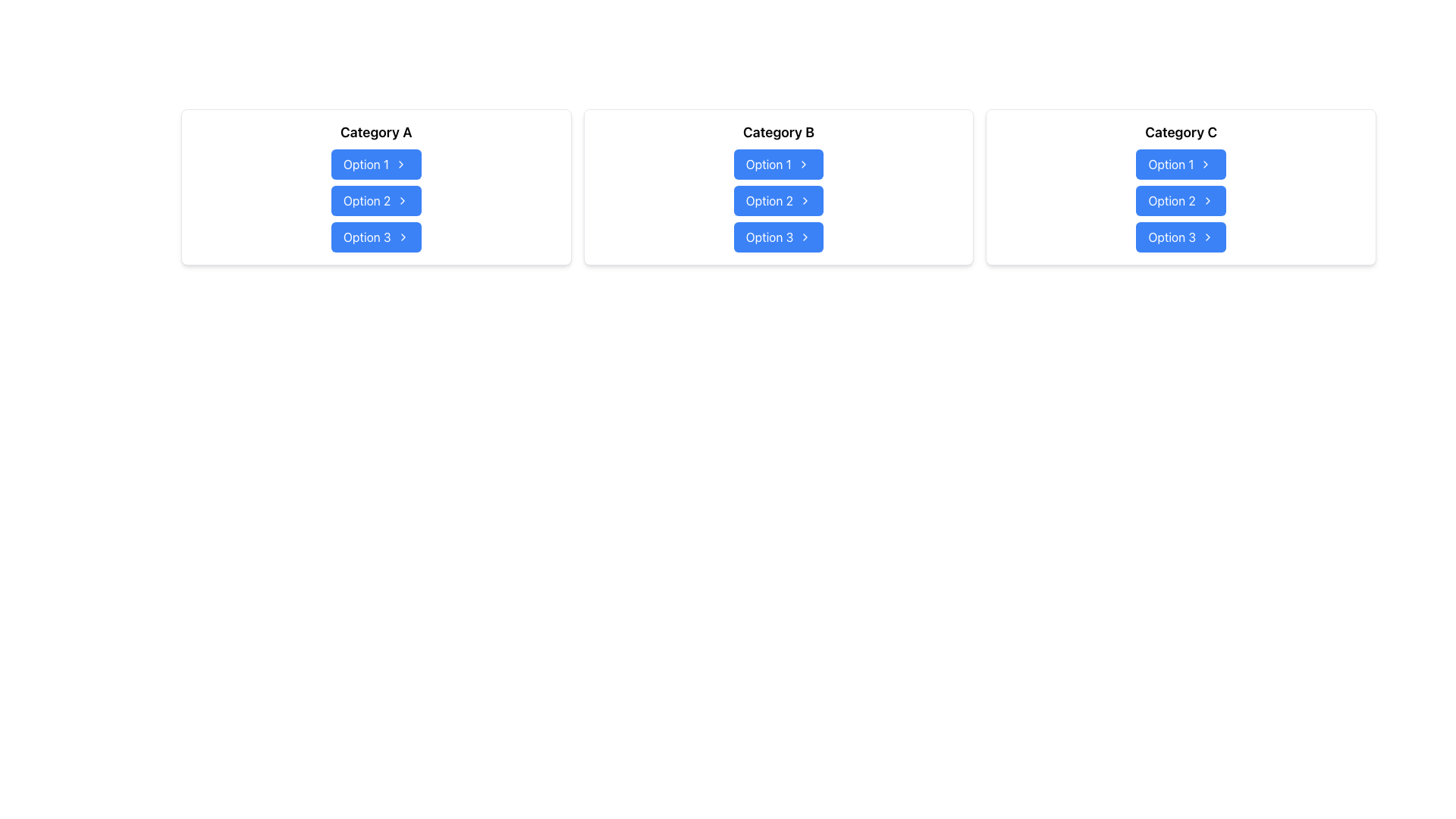 The height and width of the screenshot is (819, 1456). Describe the element at coordinates (804, 237) in the screenshot. I see `the rightmost icon within the button labeled 'Option 3' under the heading 'Category B'` at that location.